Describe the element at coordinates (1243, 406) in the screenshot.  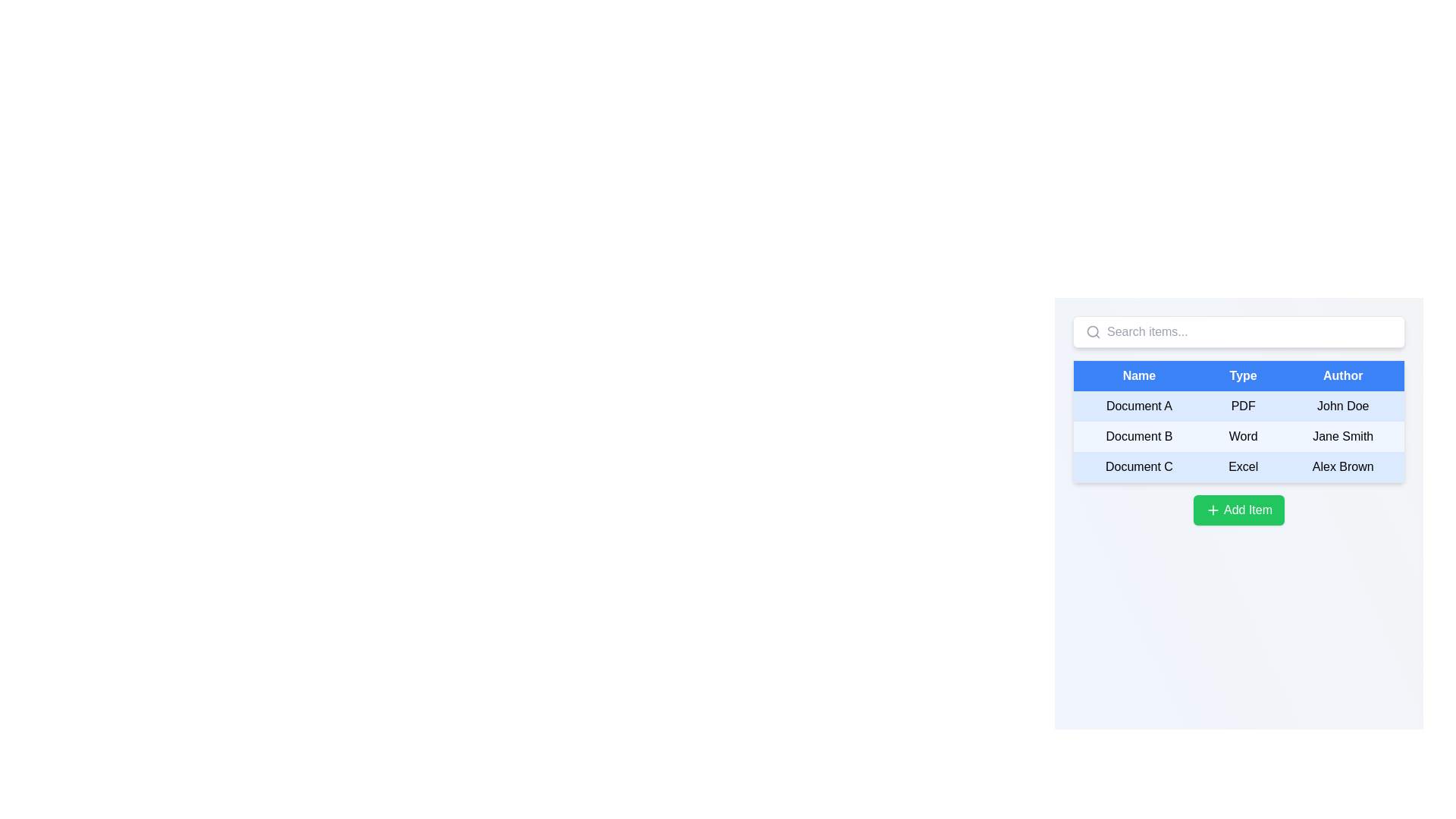
I see `the static text element displaying 'PDF' in a bold font on a light blue background, located in the second column of the first row in the table` at that location.